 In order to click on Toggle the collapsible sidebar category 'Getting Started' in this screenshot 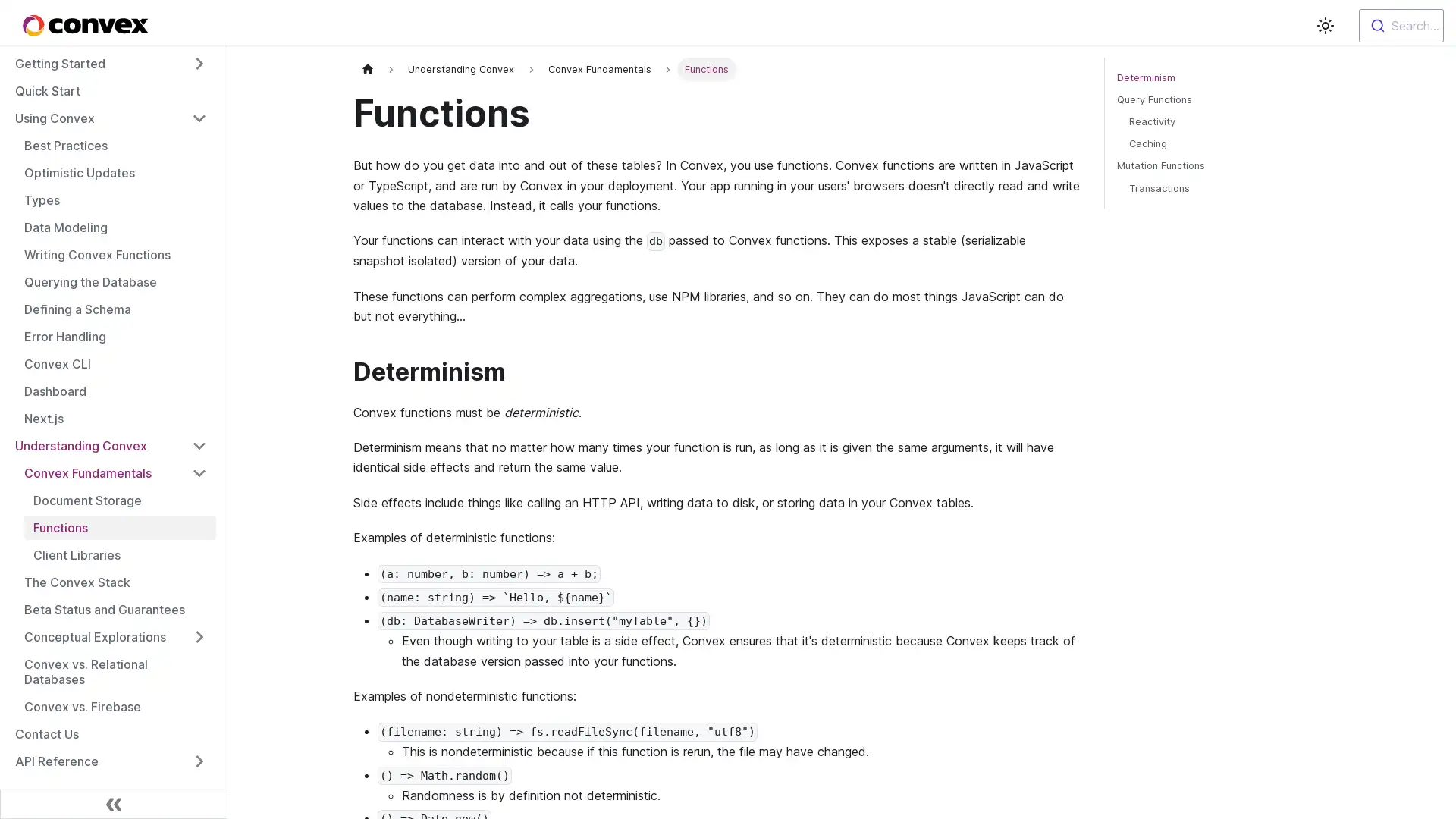, I will do `click(199, 63)`.